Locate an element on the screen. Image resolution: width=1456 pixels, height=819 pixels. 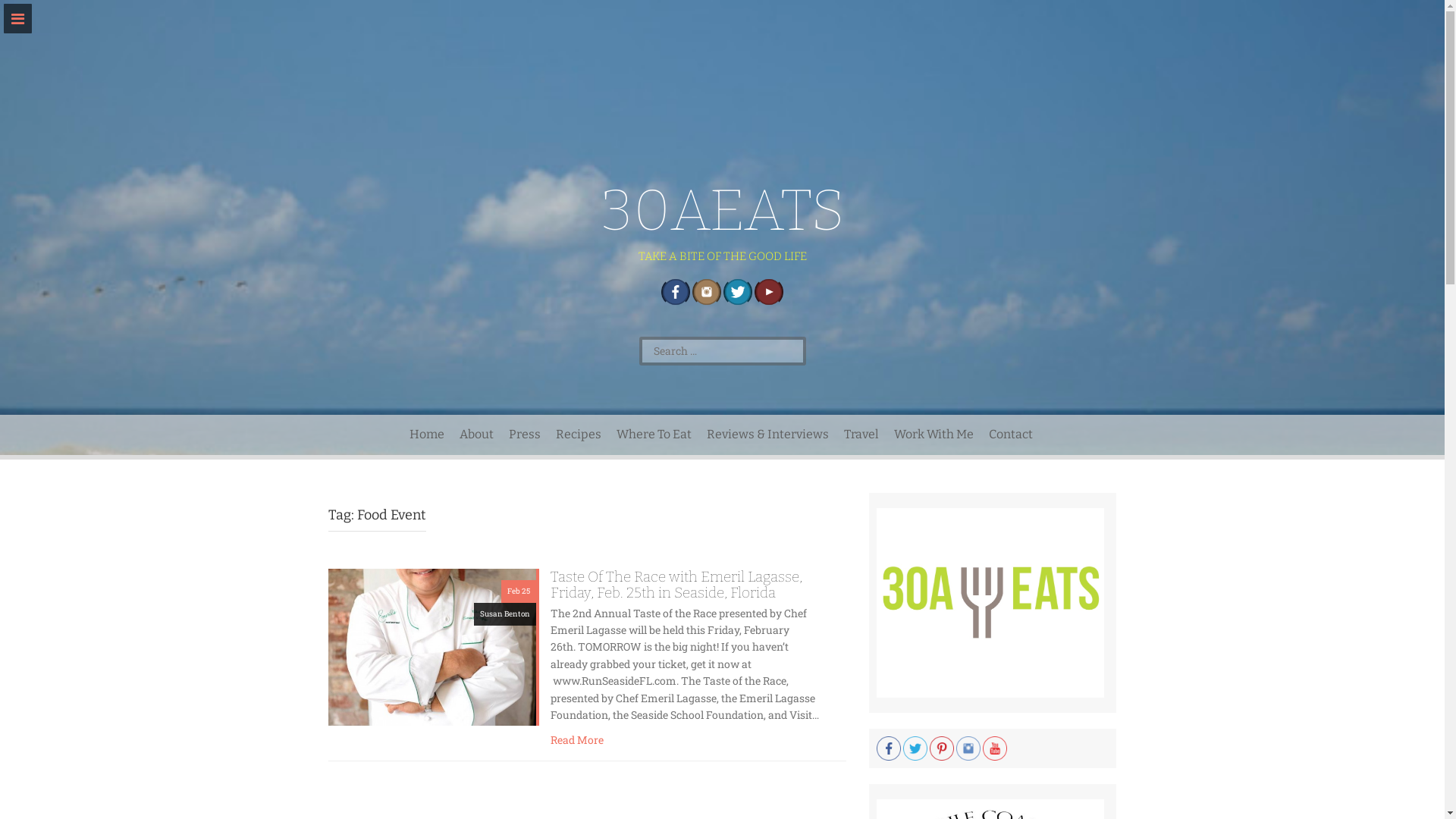
'Press' is located at coordinates (524, 435).